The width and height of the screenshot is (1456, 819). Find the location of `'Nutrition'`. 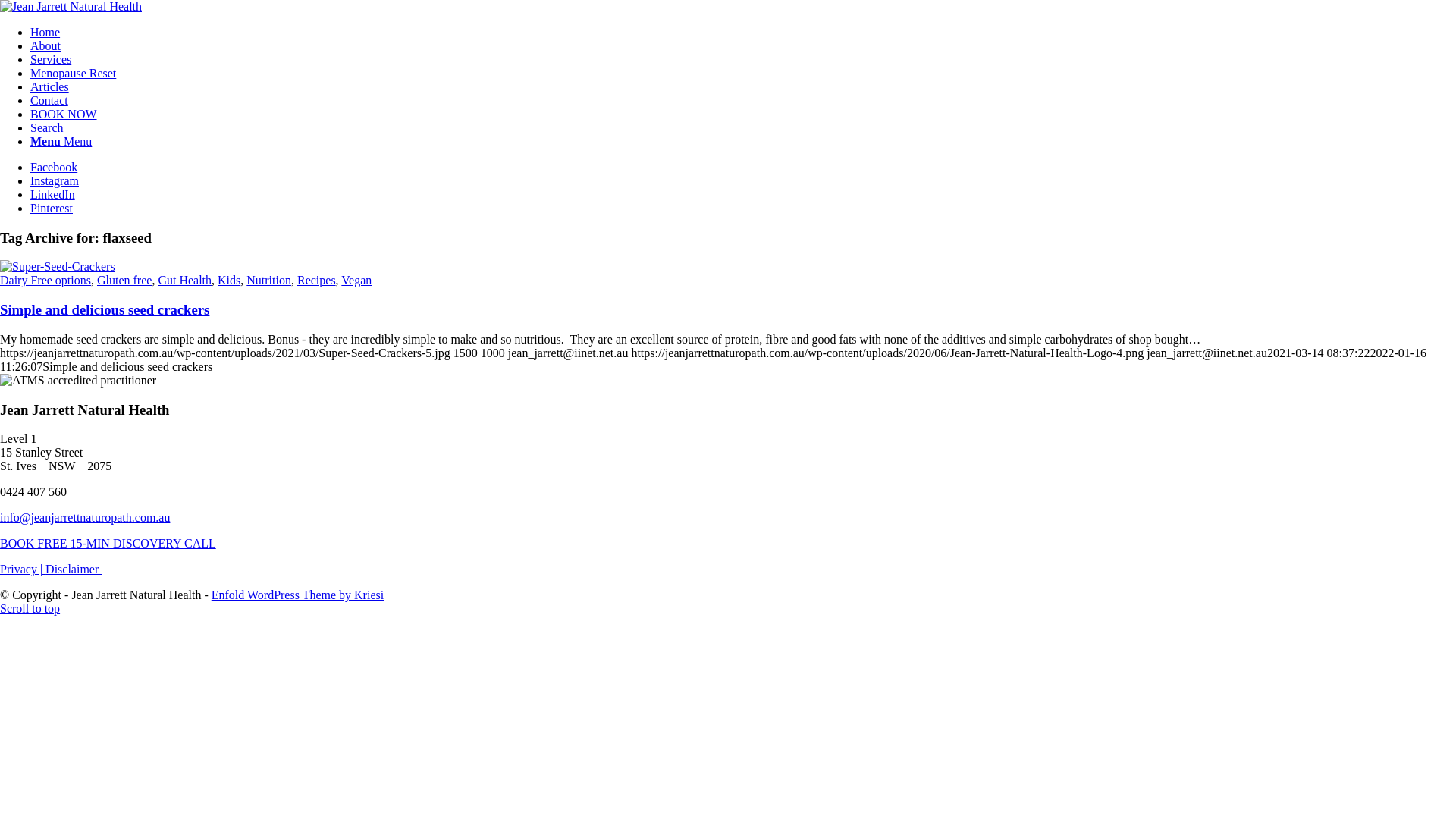

'Nutrition' is located at coordinates (246, 280).